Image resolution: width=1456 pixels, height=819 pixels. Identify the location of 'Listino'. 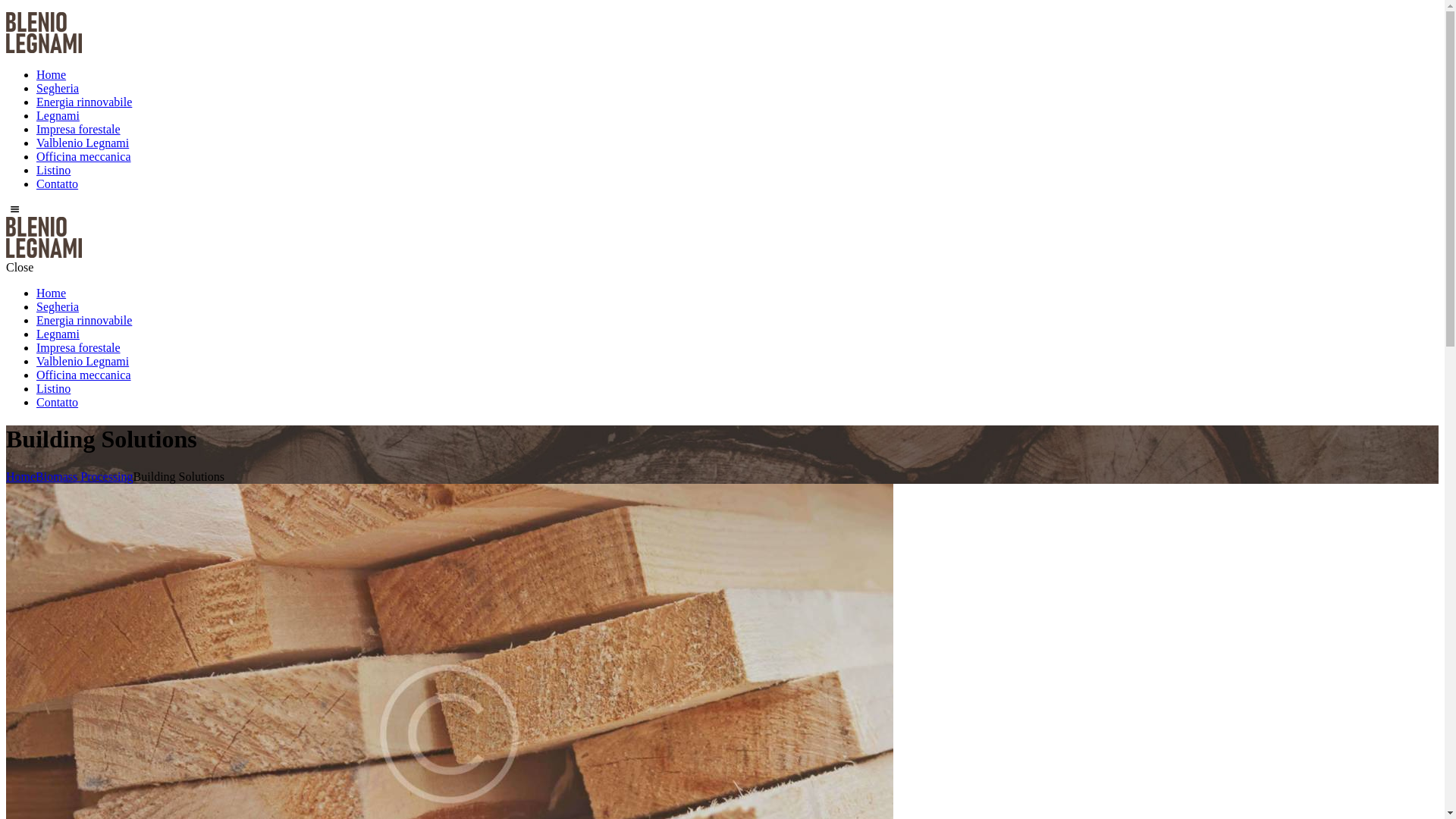
(53, 388).